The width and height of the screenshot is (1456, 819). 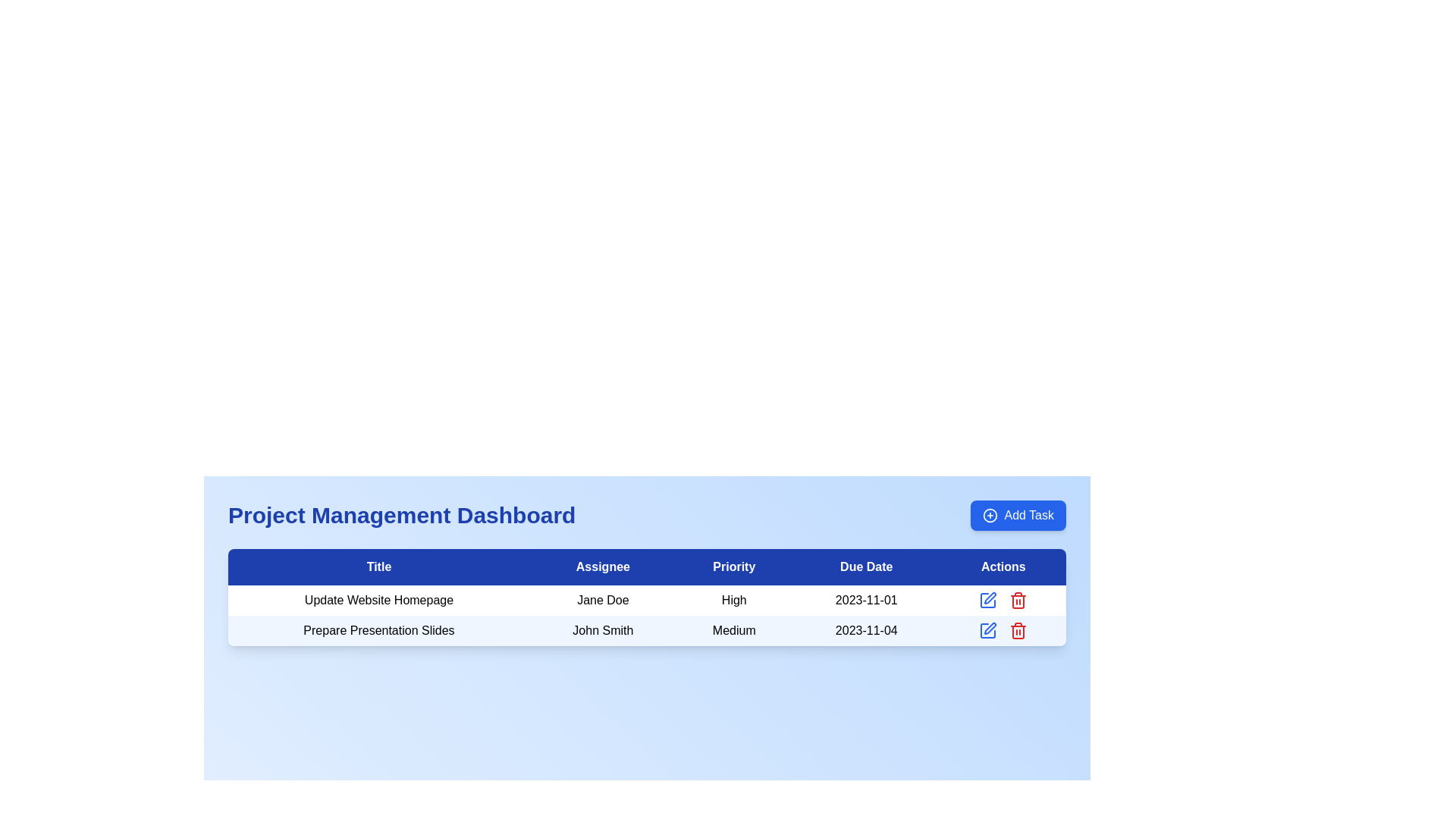 What do you see at coordinates (378, 599) in the screenshot?
I see `the Text Label displaying the title or description of a task in the task management application, which is located in the first row of the table under the 'Title' column, to the left of 'Jane Doe'` at bounding box center [378, 599].